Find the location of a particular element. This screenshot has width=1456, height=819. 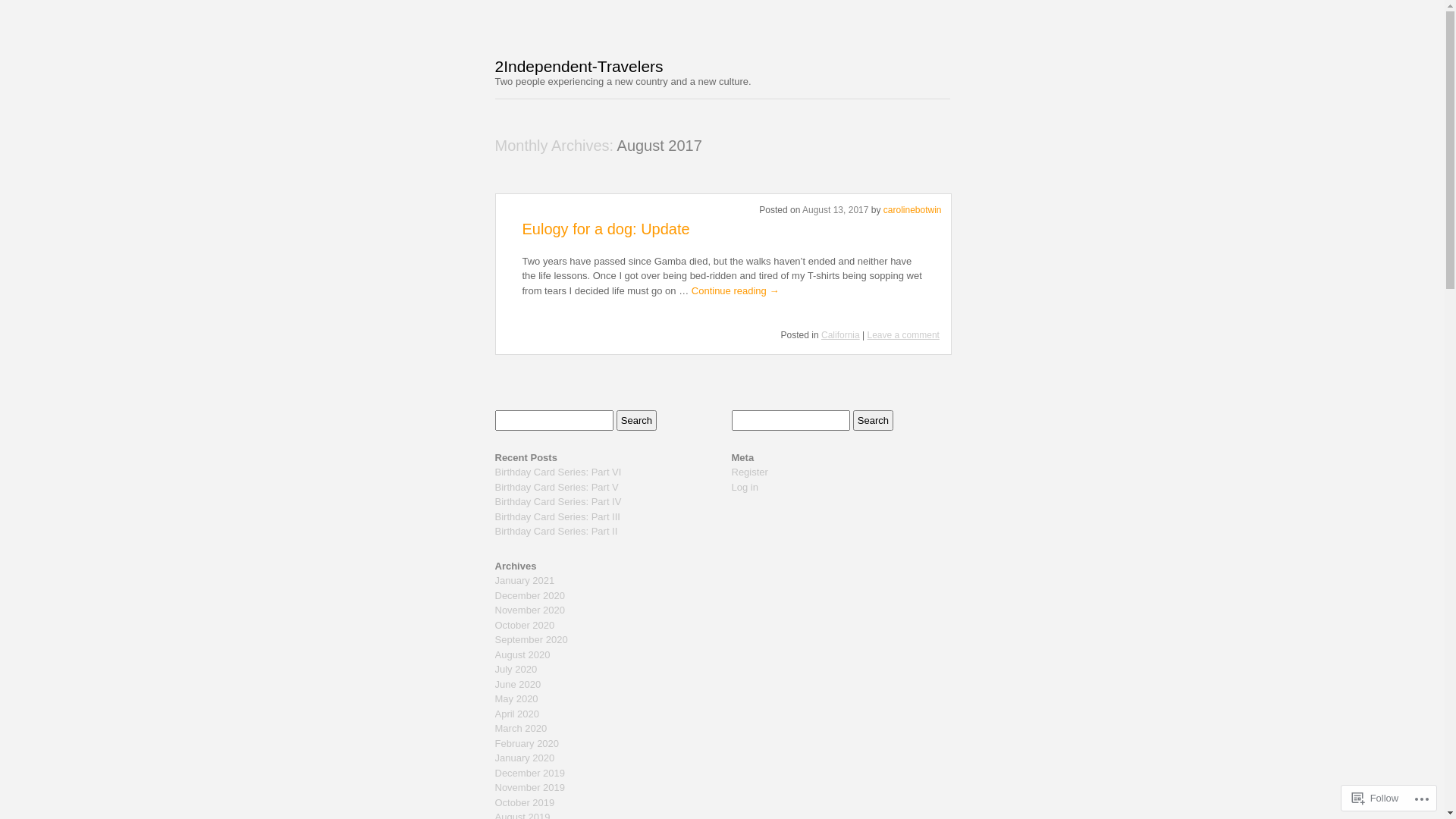

'March 2020' is located at coordinates (520, 727).